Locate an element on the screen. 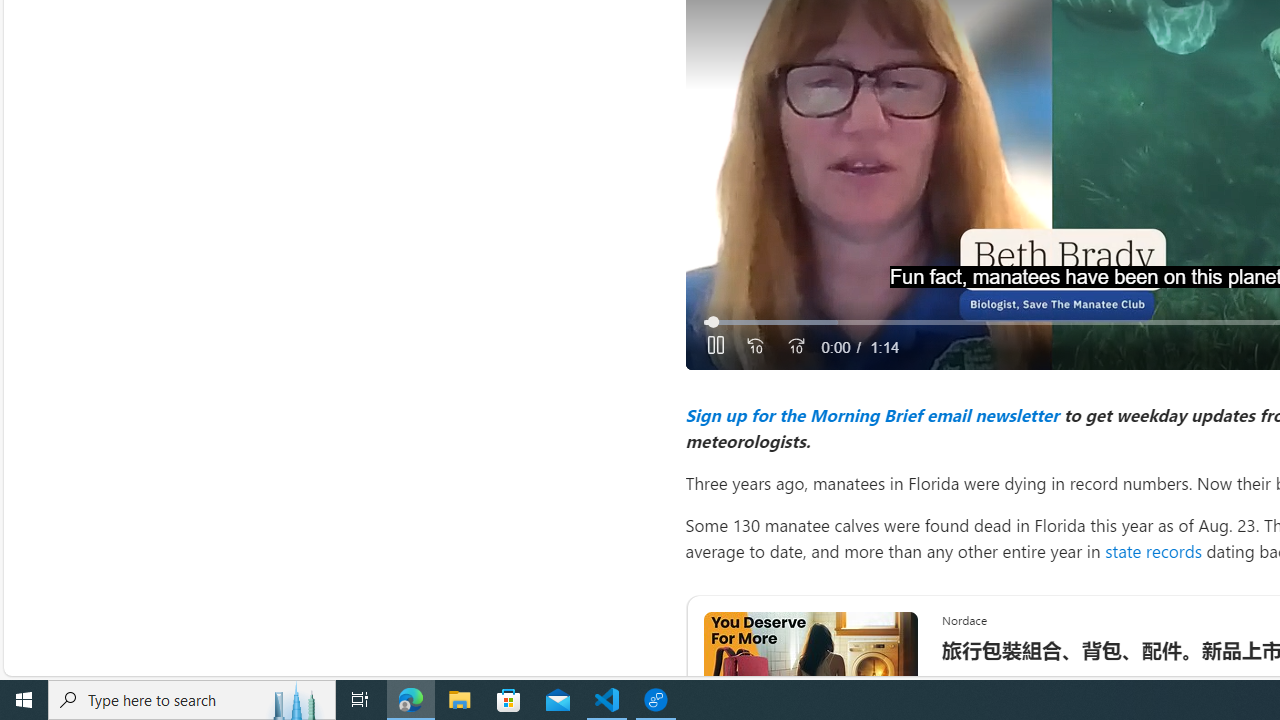  'Seek Back' is located at coordinates (754, 346).